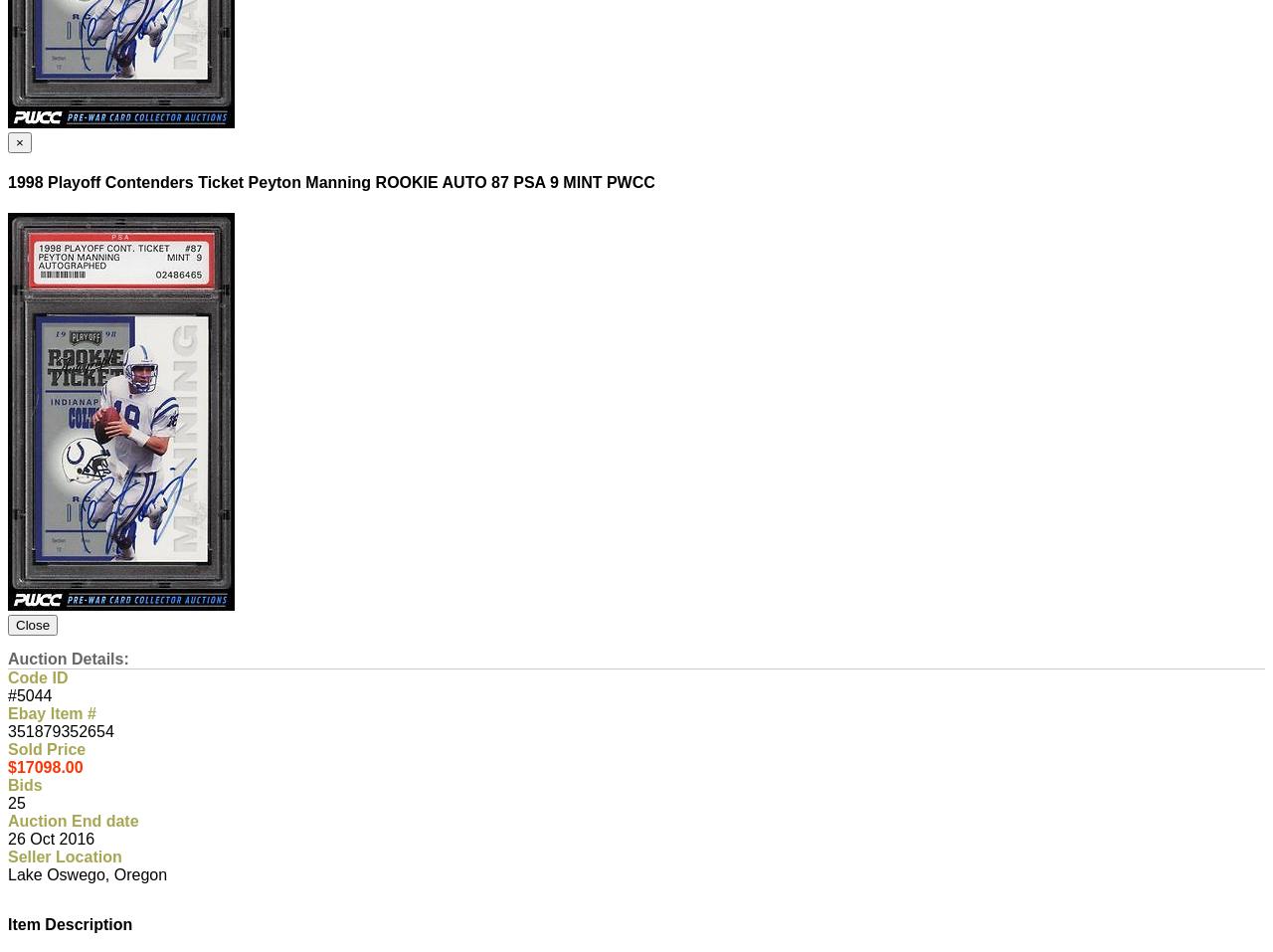  Describe the element at coordinates (16, 802) in the screenshot. I see `'25'` at that location.